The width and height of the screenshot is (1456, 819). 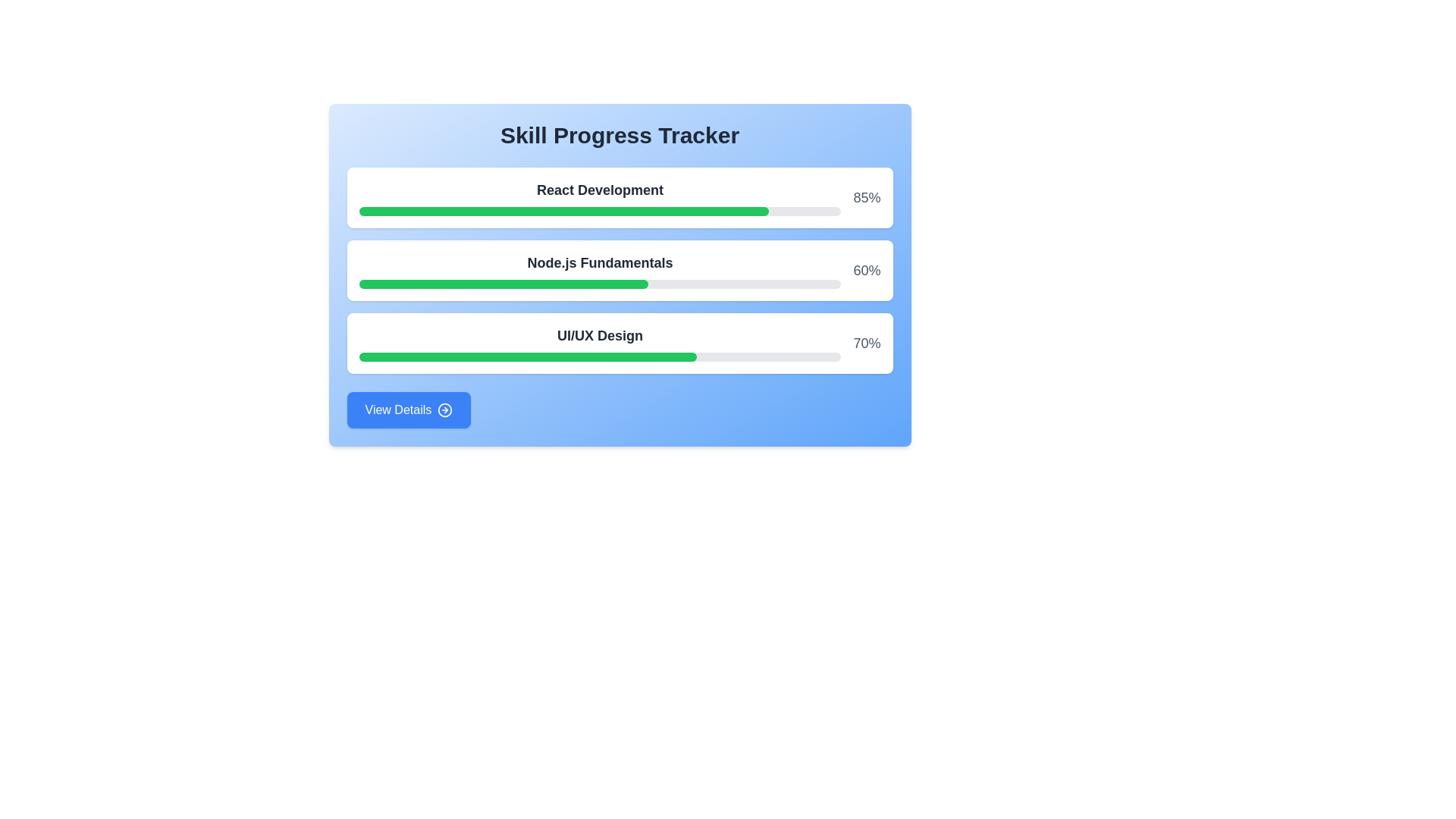 What do you see at coordinates (444, 409) in the screenshot?
I see `the circular graphical component that is part of the 'View Details' button at the bottom-left corner of the card, which is visually minor in size and nested inside an arrow-circle icon` at bounding box center [444, 409].